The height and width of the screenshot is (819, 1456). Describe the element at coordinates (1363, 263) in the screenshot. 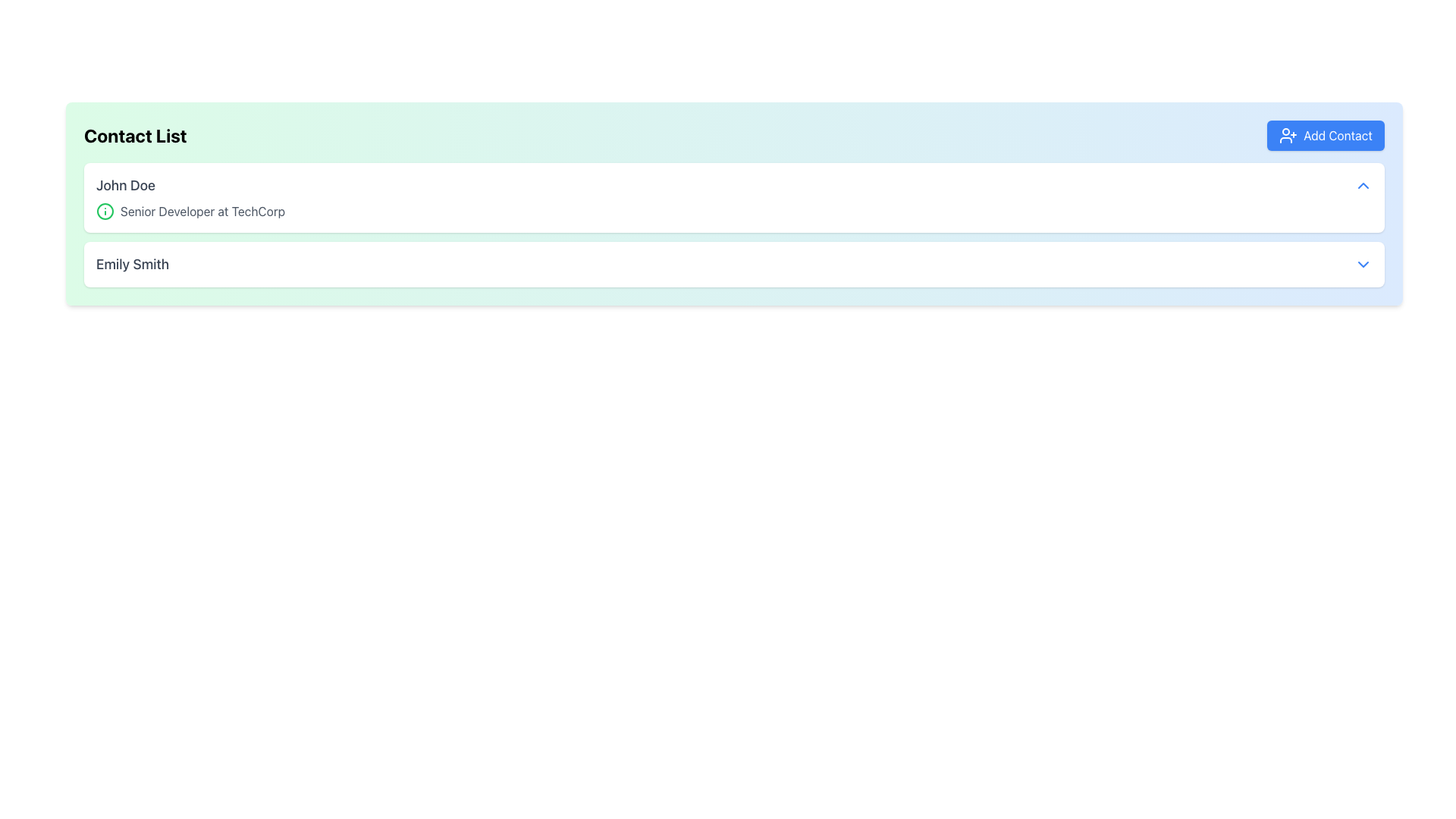

I see `the small downward-facing blue chevron icon button located at the right end of the list item labeled 'Emily Smith'` at that location.